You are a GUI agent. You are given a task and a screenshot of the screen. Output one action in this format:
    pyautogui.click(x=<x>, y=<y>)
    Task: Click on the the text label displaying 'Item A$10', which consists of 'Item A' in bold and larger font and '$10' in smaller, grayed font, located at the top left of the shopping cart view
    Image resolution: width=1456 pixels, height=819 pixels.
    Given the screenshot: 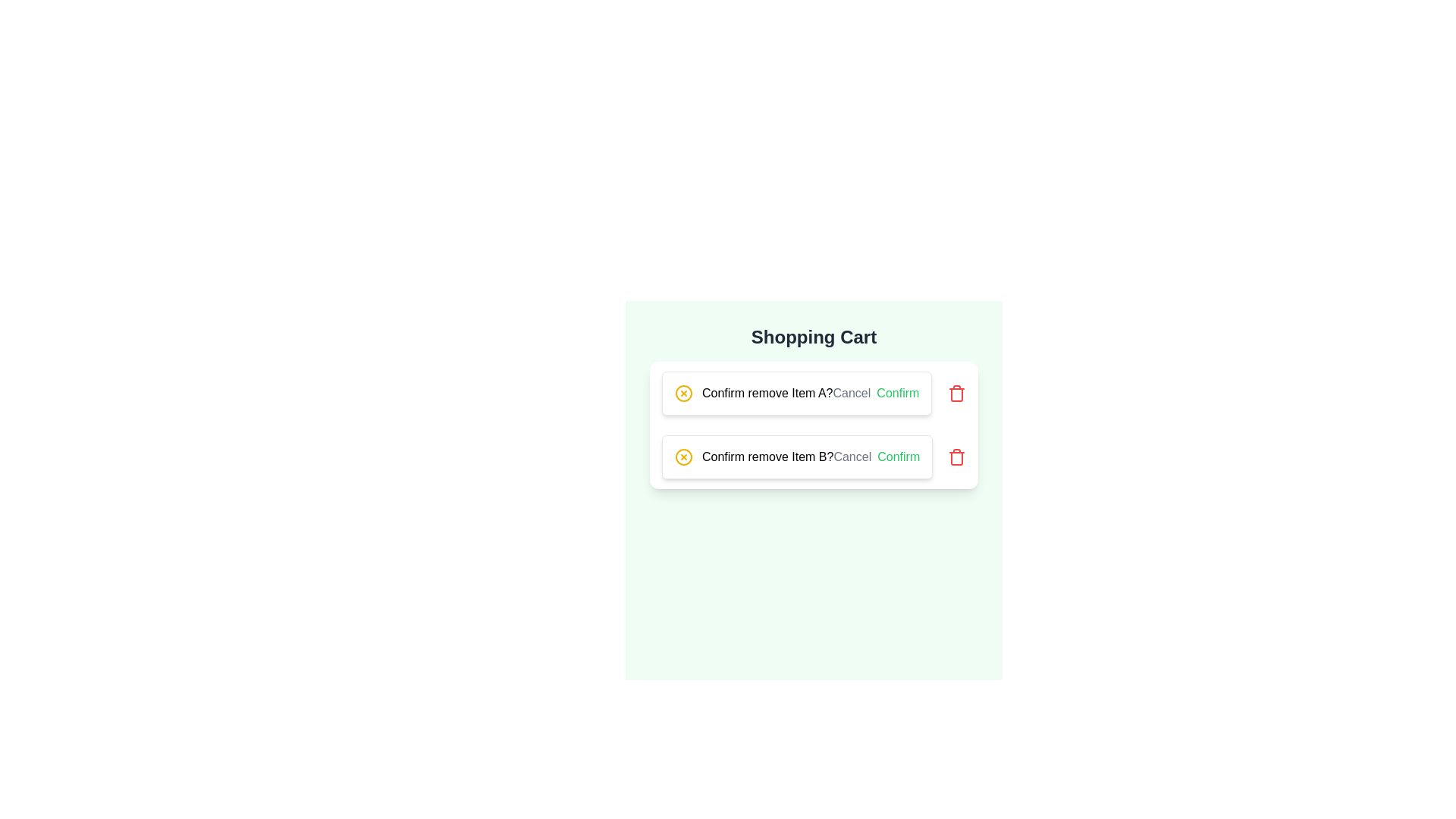 What is the action you would take?
    pyautogui.click(x=682, y=393)
    